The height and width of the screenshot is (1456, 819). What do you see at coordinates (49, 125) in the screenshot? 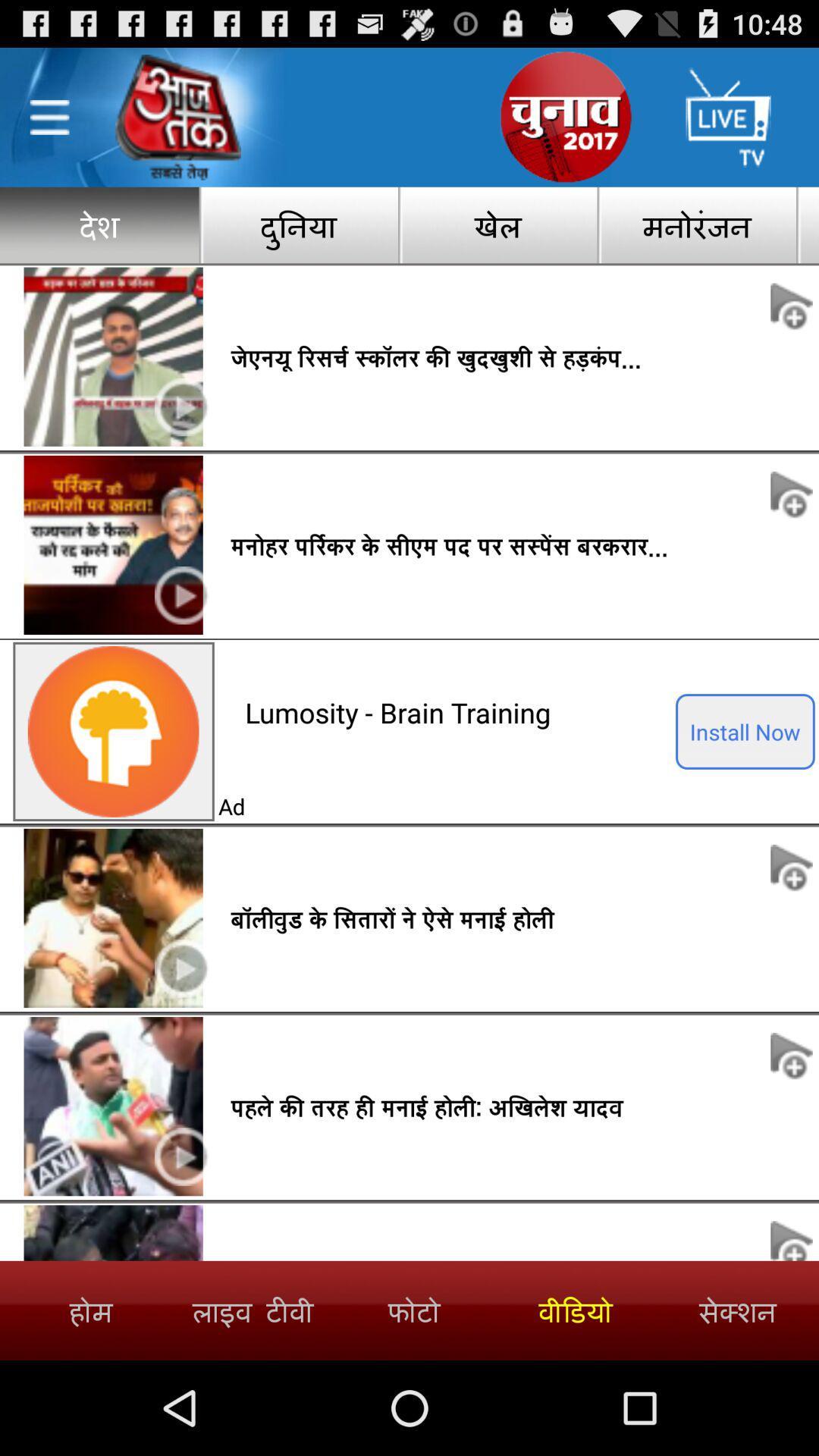
I see `the menu icon` at bounding box center [49, 125].